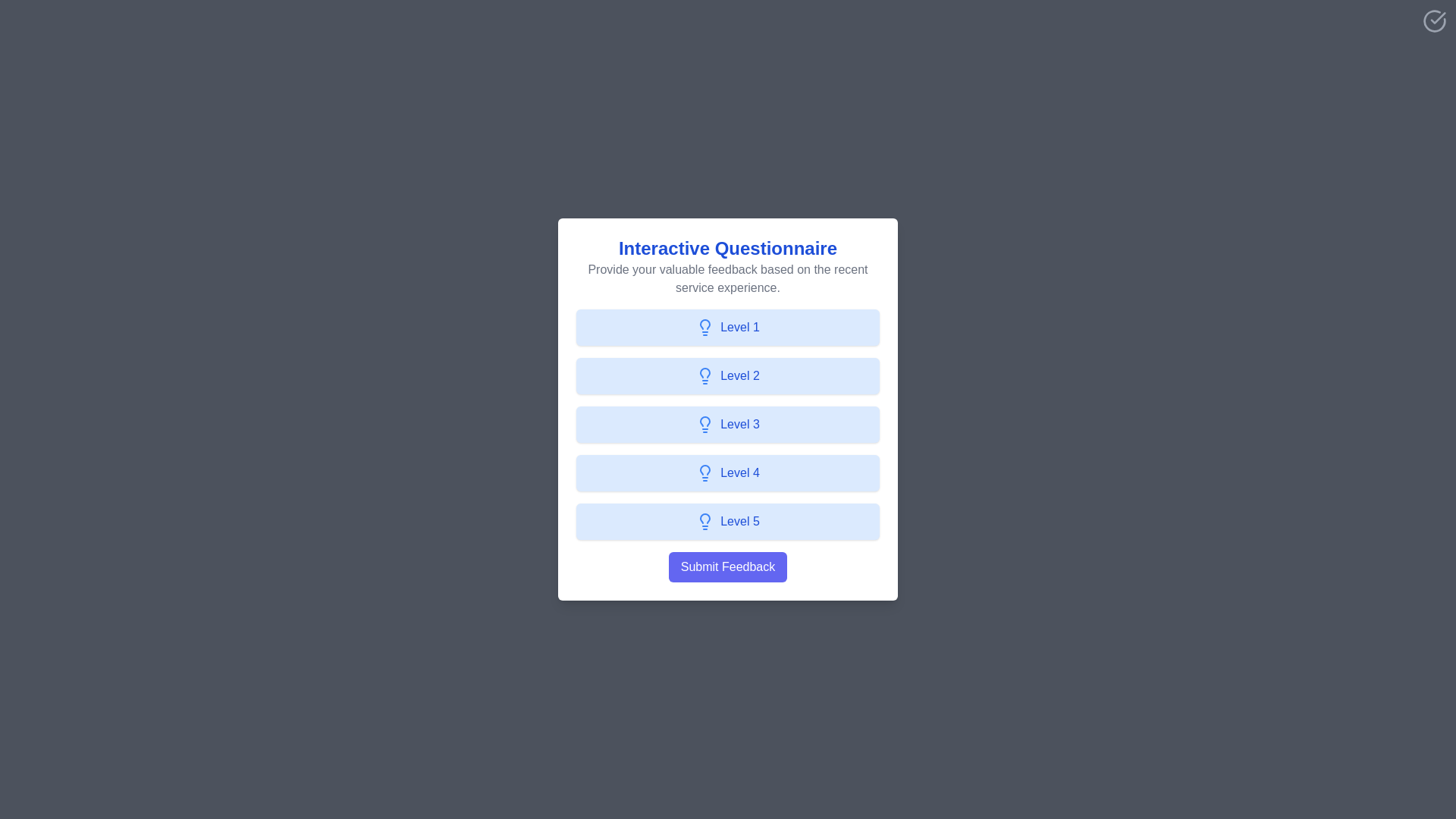  Describe the element at coordinates (728, 424) in the screenshot. I see `the feedback level button labeled Level 3` at that location.